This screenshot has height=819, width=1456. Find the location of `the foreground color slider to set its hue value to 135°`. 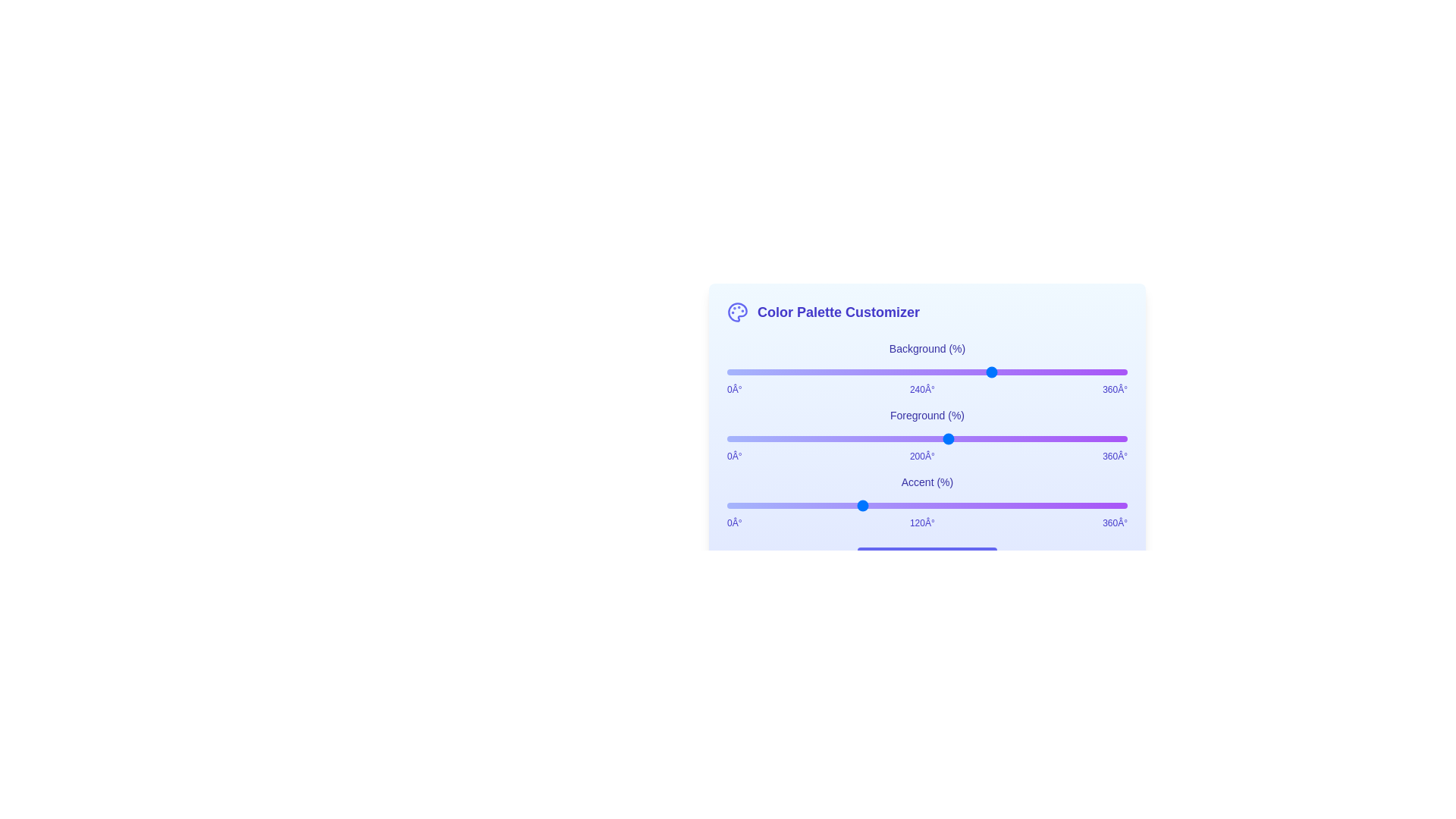

the foreground color slider to set its hue value to 135° is located at coordinates (877, 438).